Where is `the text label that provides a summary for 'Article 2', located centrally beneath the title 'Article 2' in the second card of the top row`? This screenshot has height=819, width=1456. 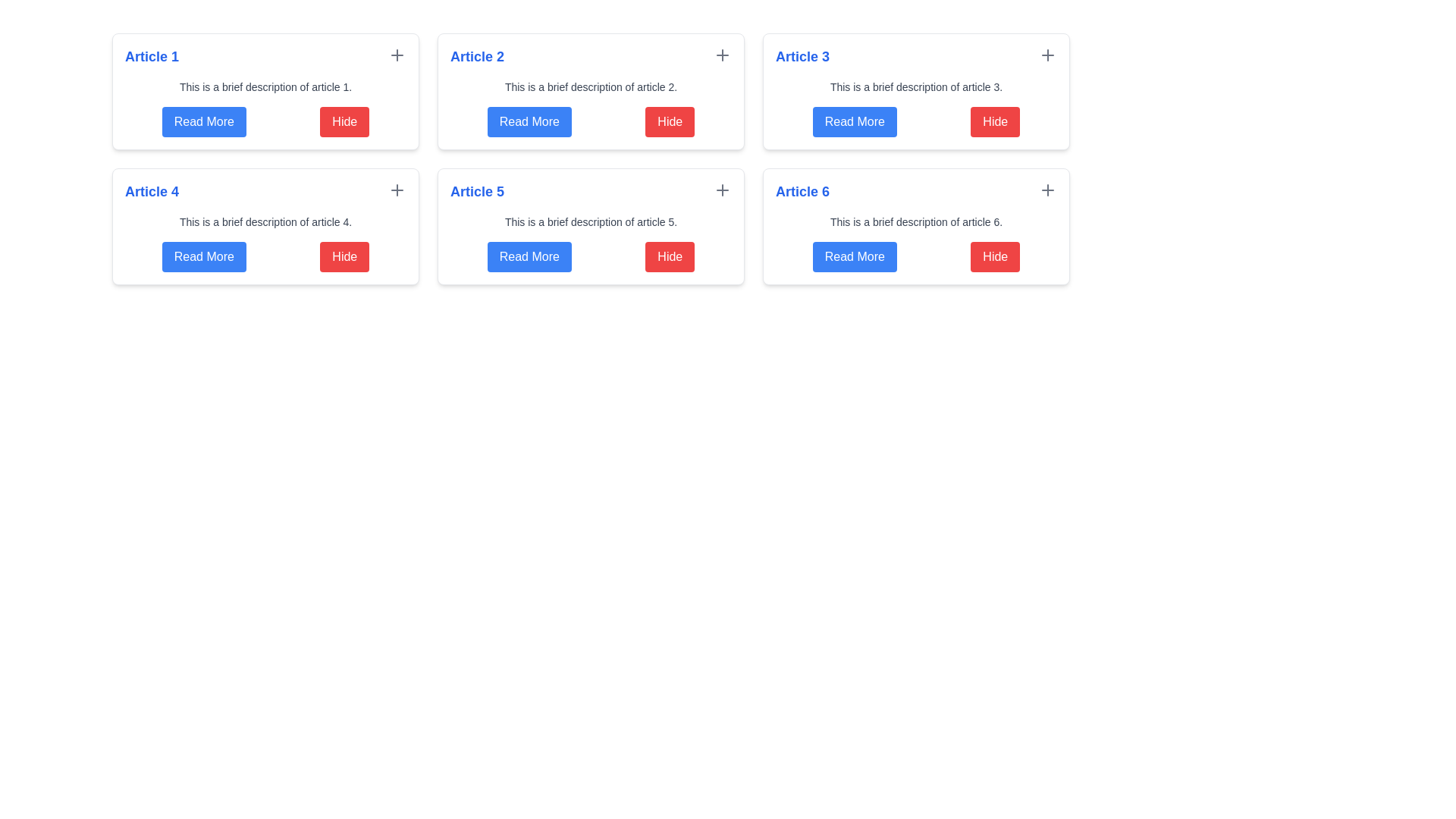 the text label that provides a summary for 'Article 2', located centrally beneath the title 'Article 2' in the second card of the top row is located at coordinates (590, 87).